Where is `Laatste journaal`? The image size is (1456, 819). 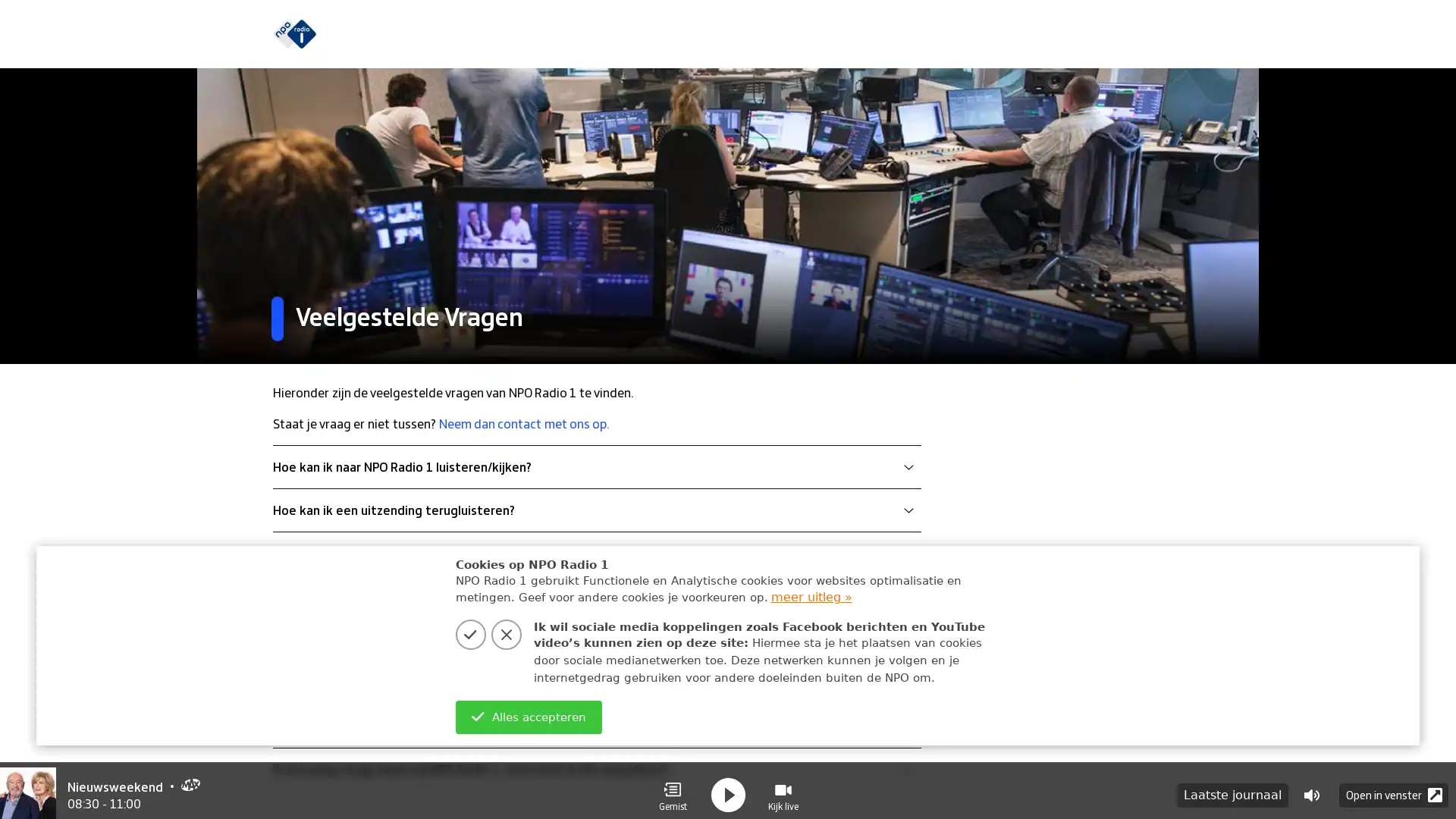 Laatste journaal is located at coordinates (1232, 786).